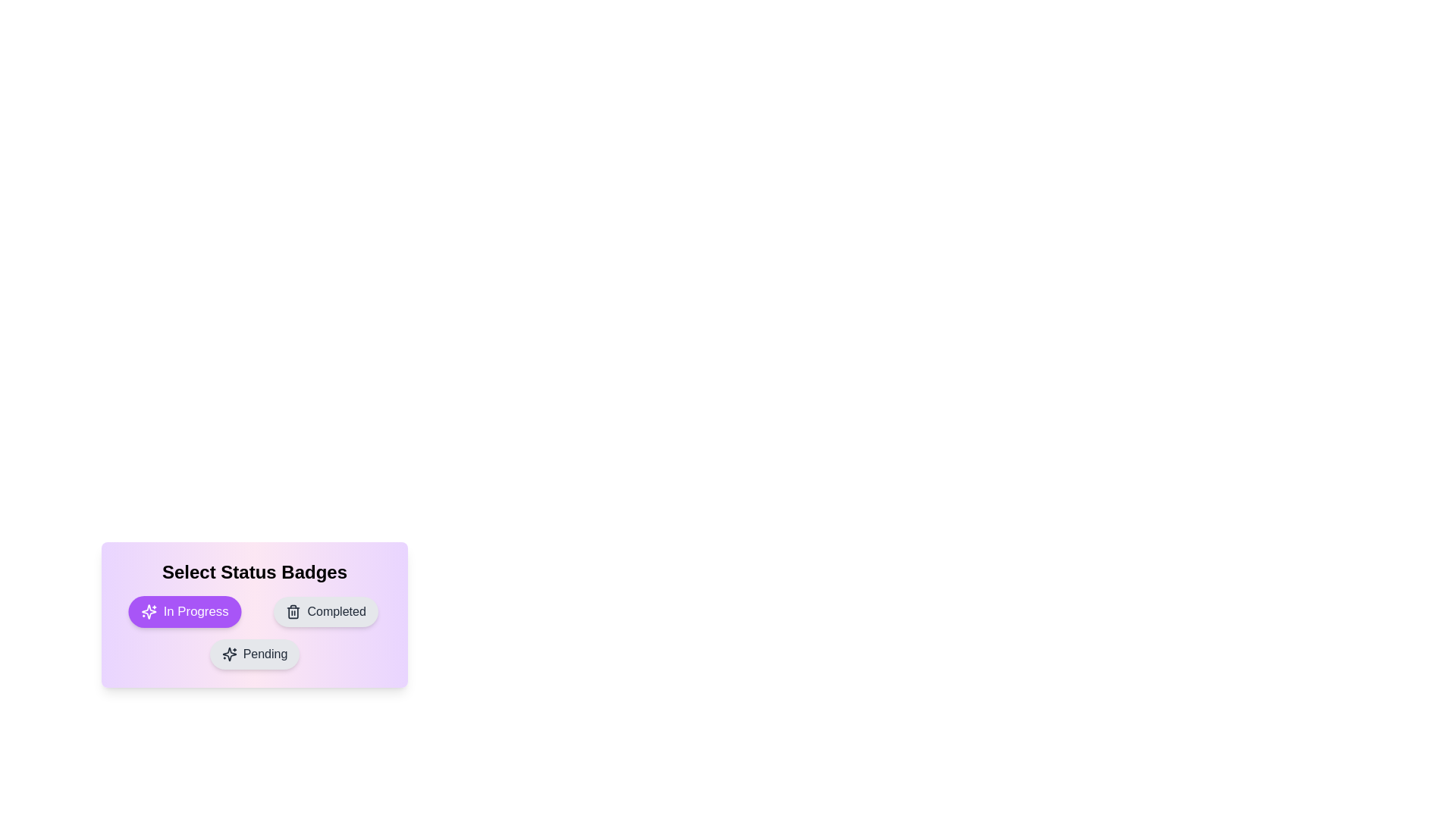 The image size is (1456, 819). I want to click on the container area of the badge list, so click(255, 614).